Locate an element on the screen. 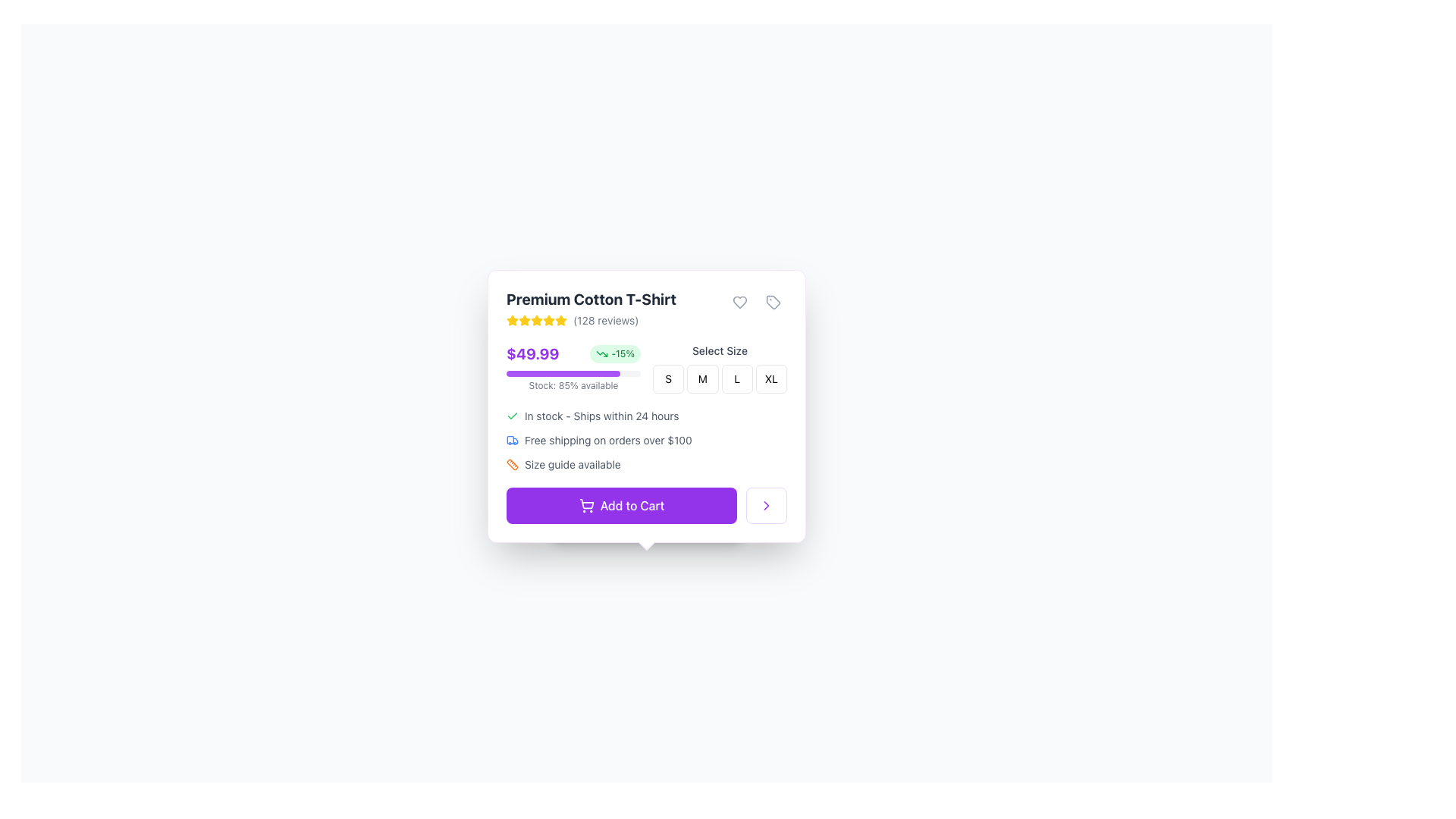 The image size is (1456, 819). the 'M' size button, which is the second button in the sequence of size options 'S', 'M', 'L', 'XL', located slightly right of the center of the layout card is located at coordinates (701, 378).